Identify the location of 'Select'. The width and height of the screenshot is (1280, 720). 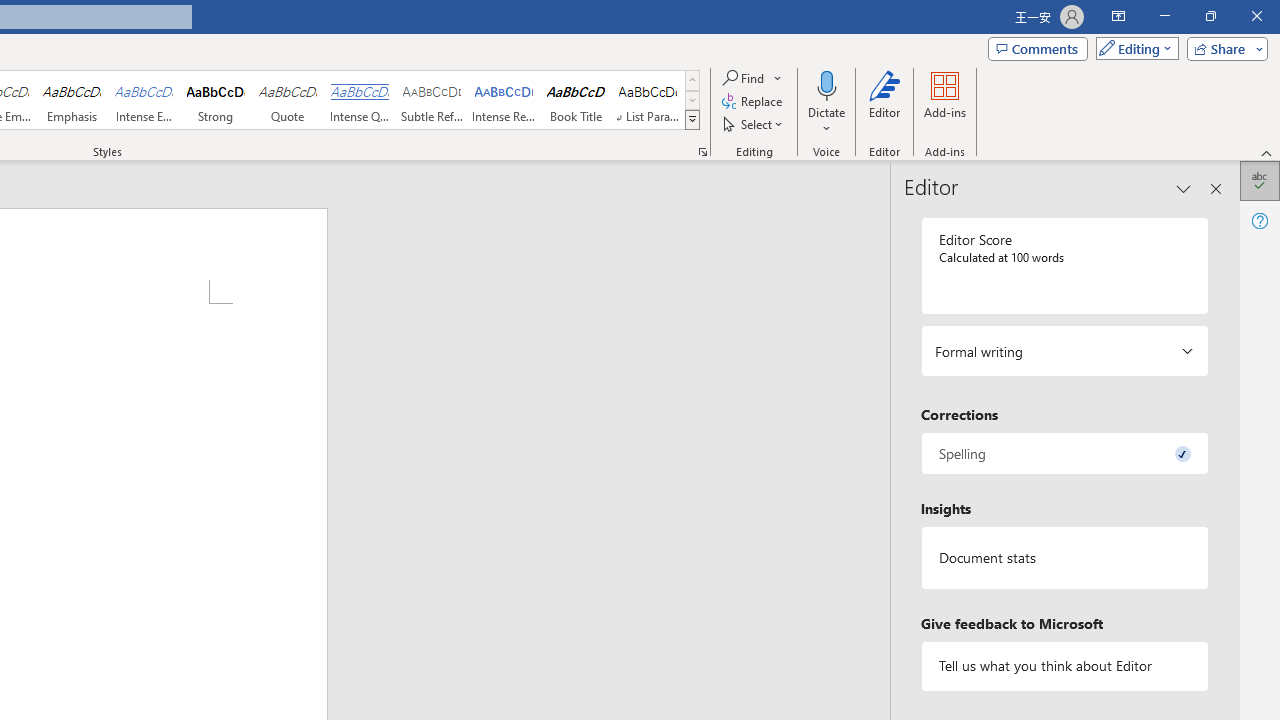
(753, 124).